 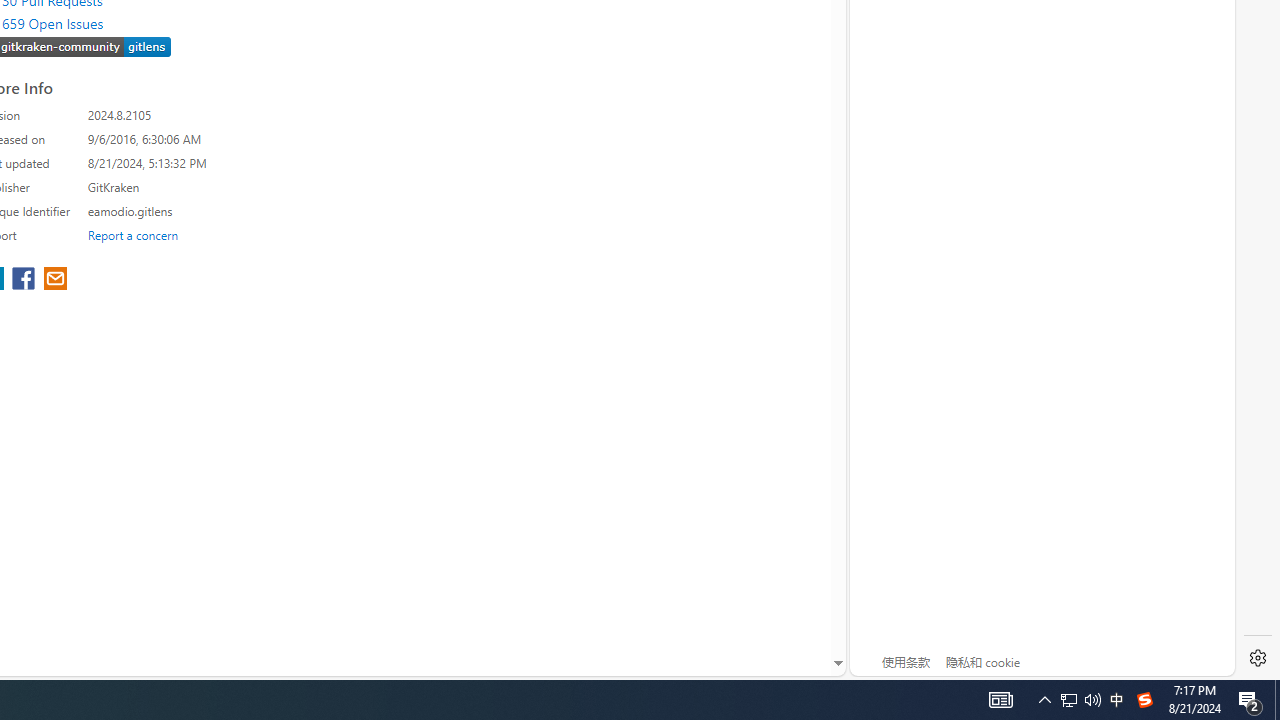 What do you see at coordinates (1250, 698) in the screenshot?
I see `'Show desktop'` at bounding box center [1250, 698].